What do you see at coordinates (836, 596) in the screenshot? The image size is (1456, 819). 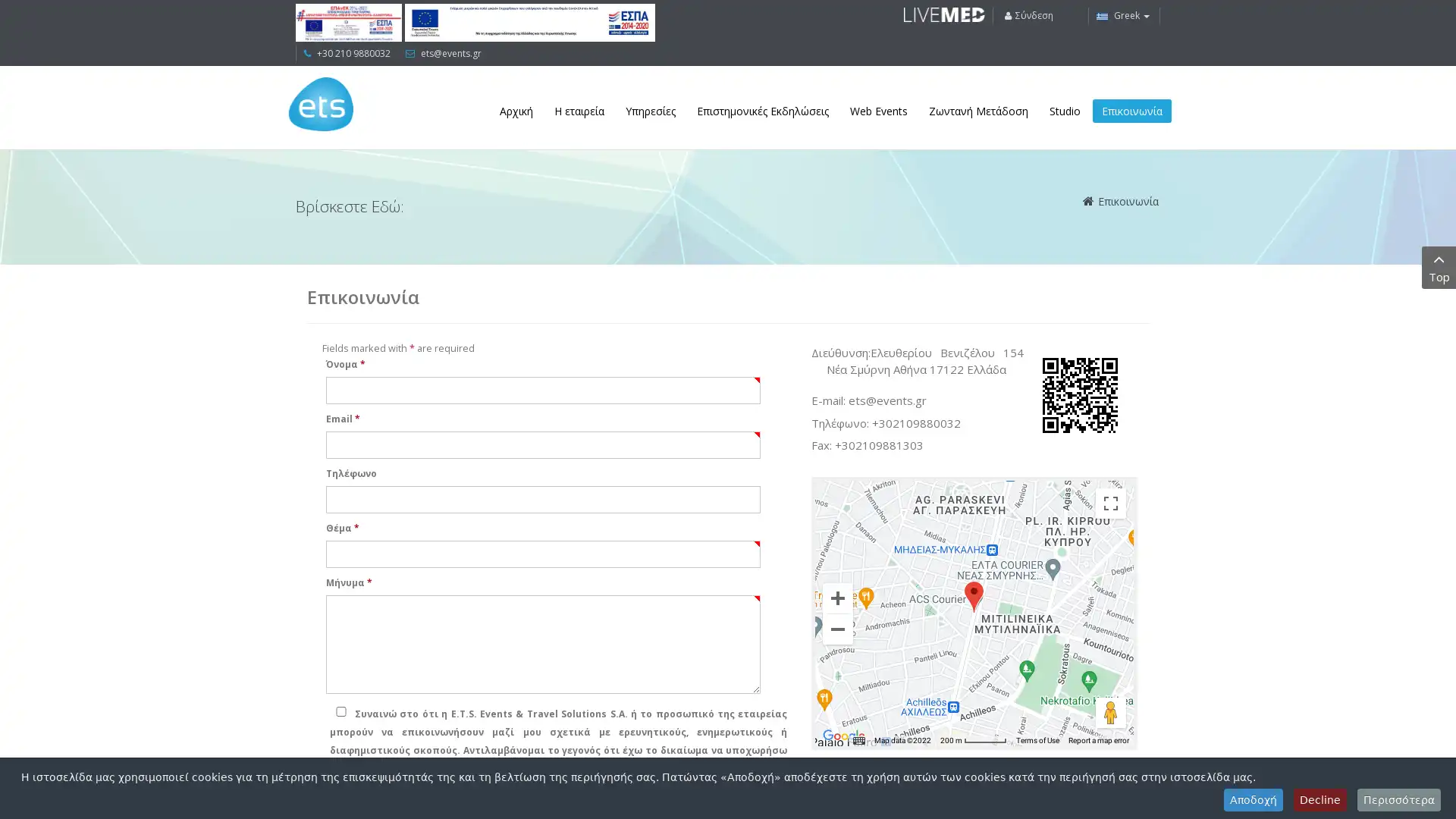 I see `Zoom in` at bounding box center [836, 596].